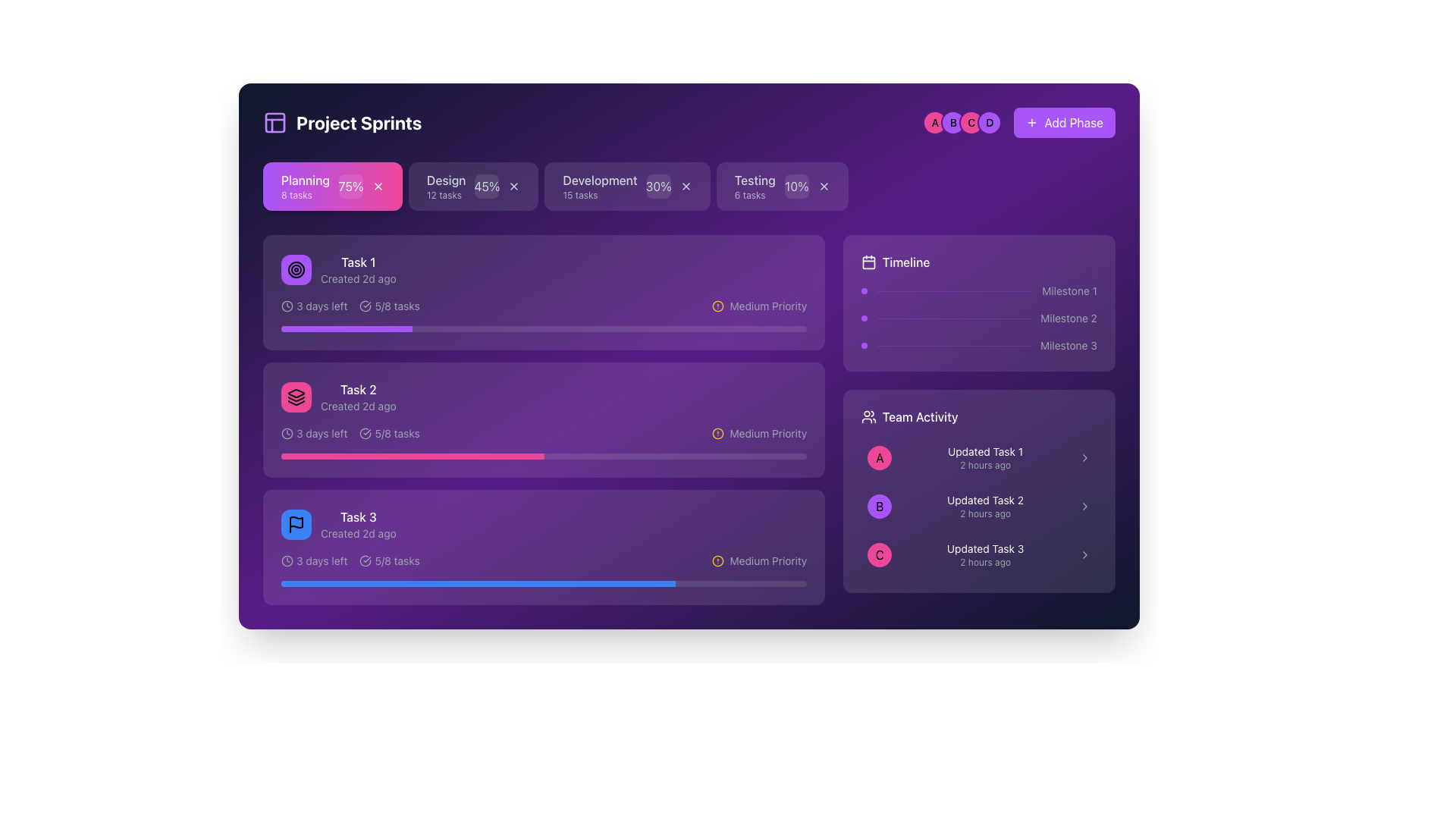  Describe the element at coordinates (979, 318) in the screenshot. I see `the second milestone indicator in the timeline` at that location.